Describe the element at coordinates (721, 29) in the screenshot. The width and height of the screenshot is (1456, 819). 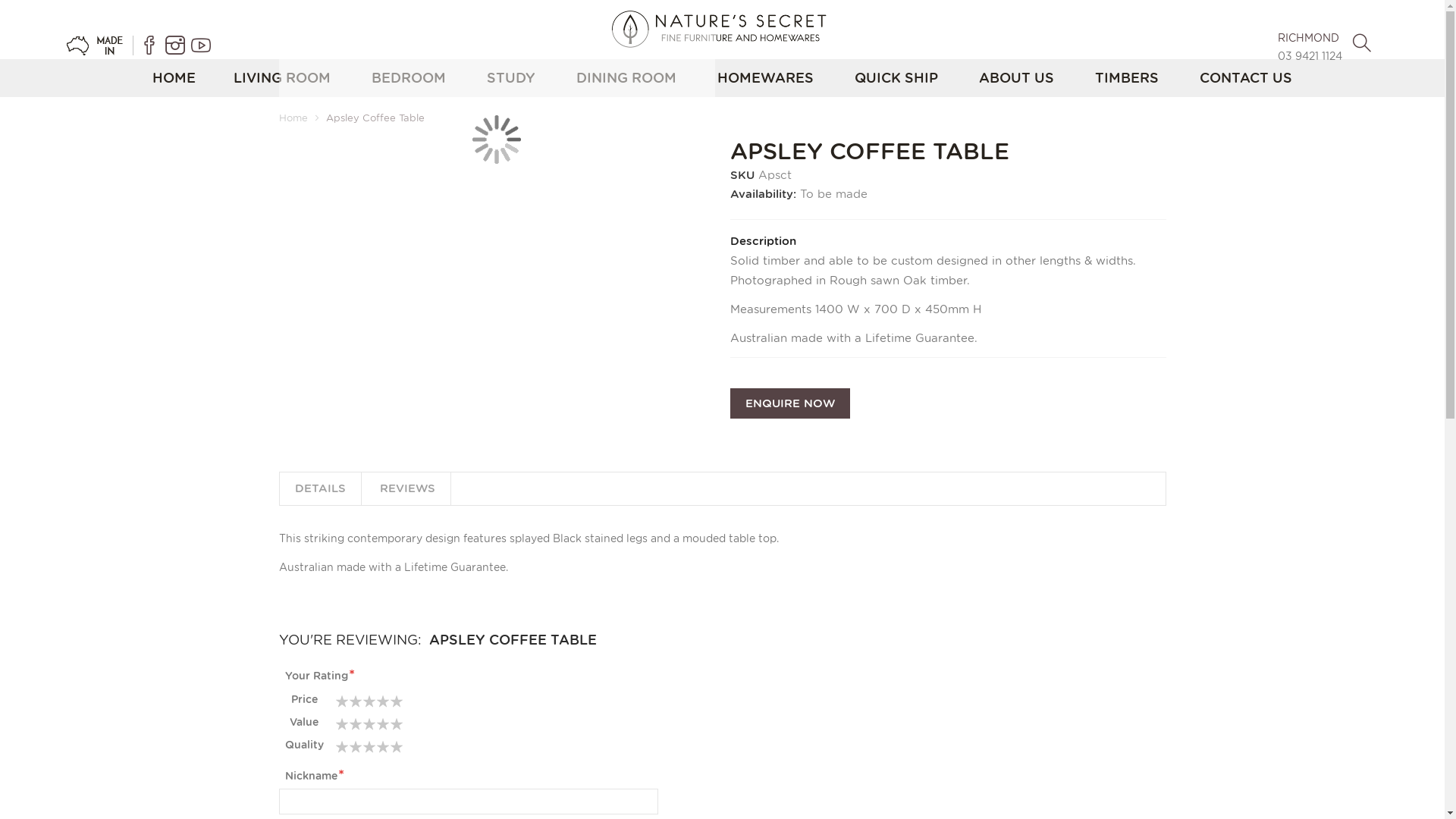
I see `'Nature's Secret'` at that location.